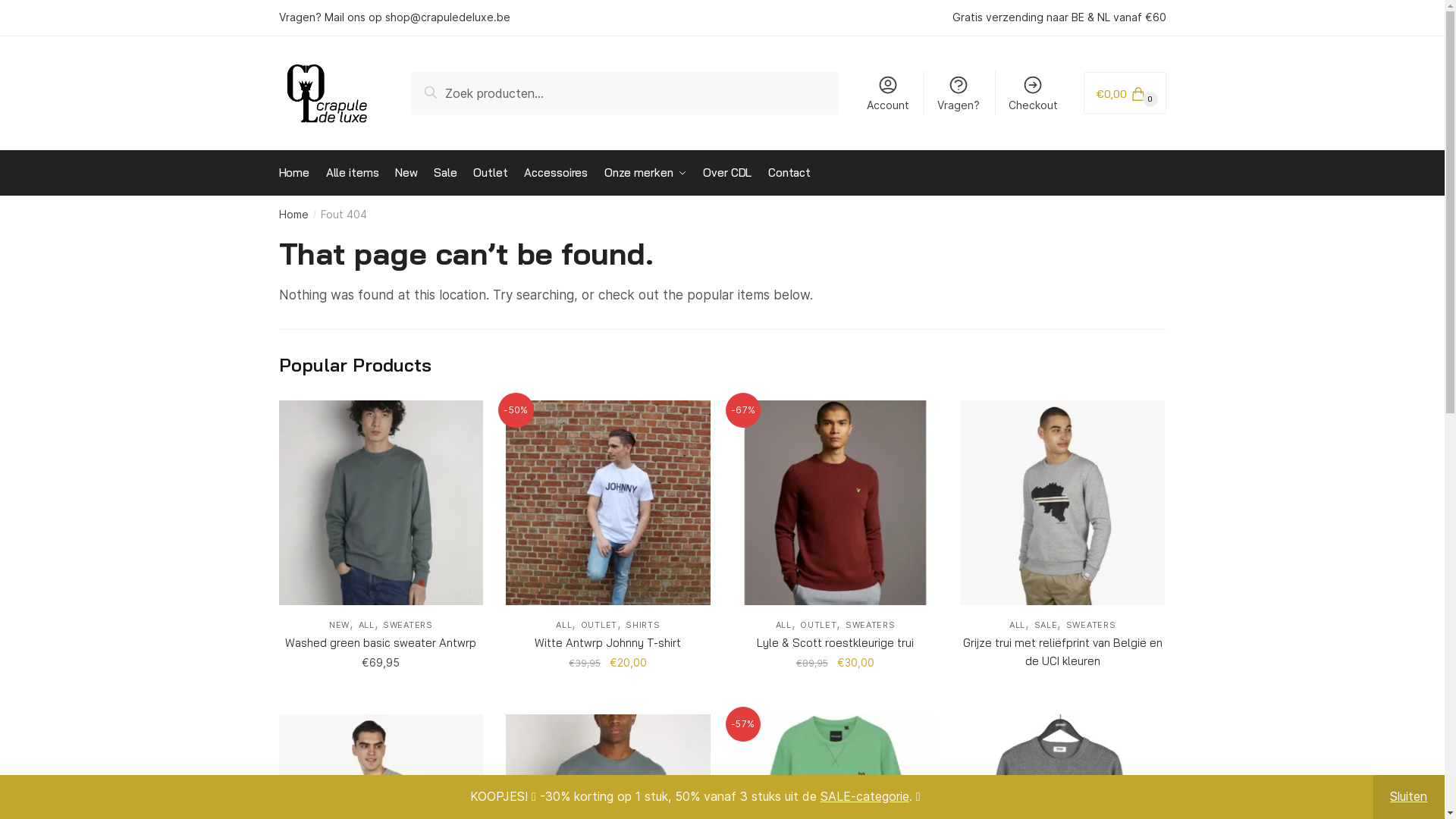 This screenshot has height=819, width=1456. Describe the element at coordinates (645, 171) in the screenshot. I see `'Onze merken'` at that location.